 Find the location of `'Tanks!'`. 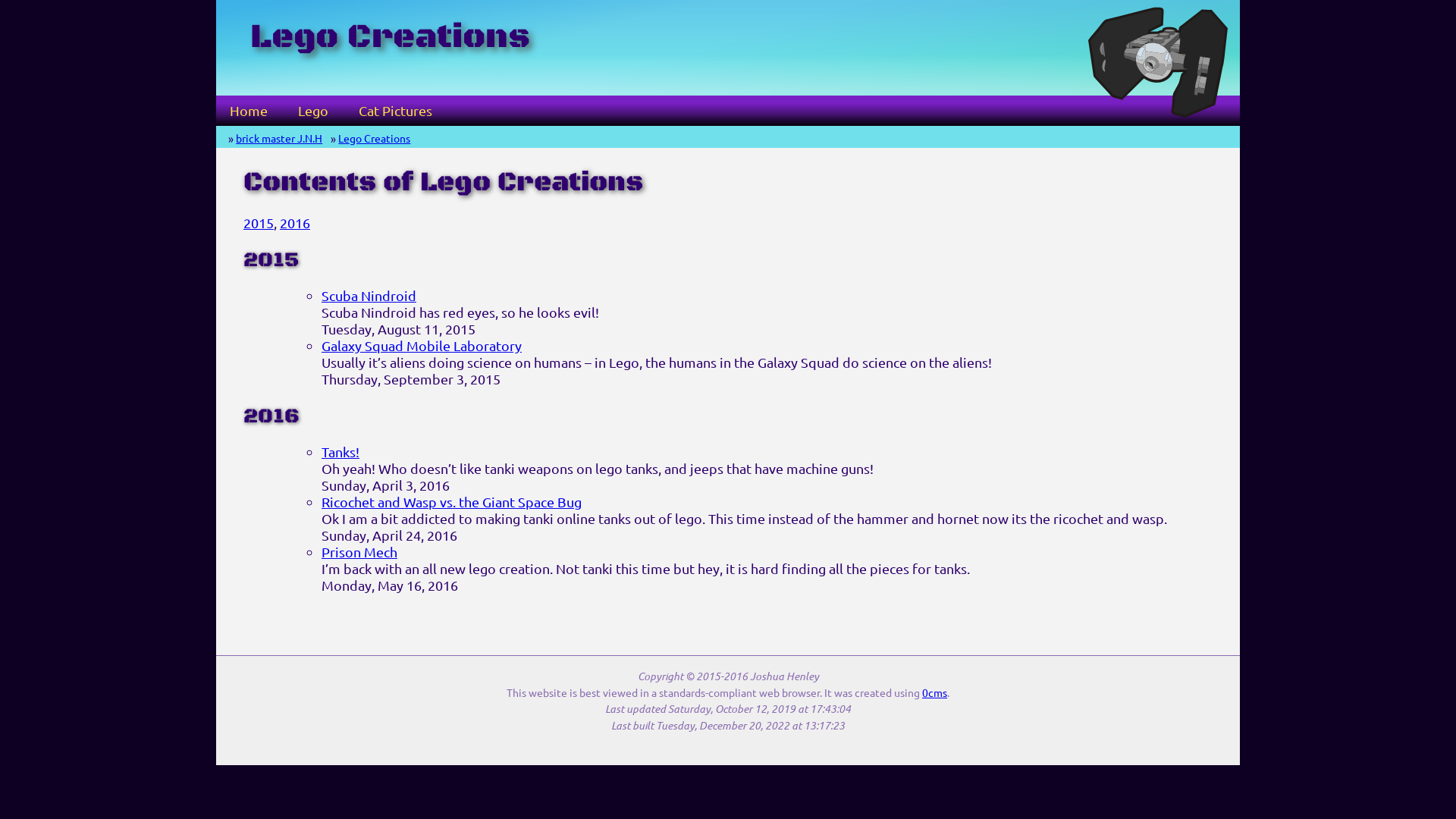

'Tanks!' is located at coordinates (320, 450).